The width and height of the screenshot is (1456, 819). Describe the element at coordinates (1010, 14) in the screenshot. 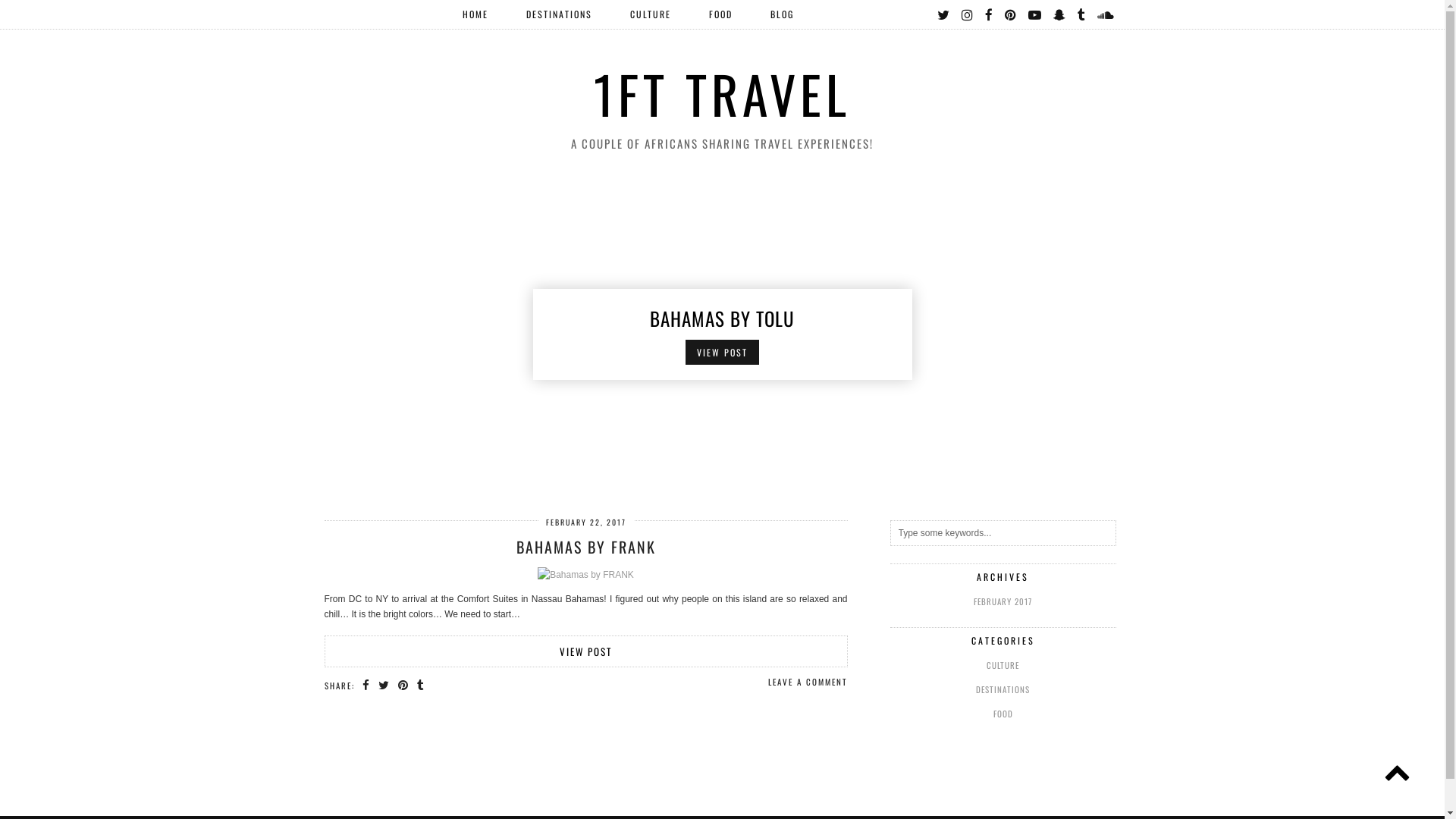

I see `'pinterest'` at that location.